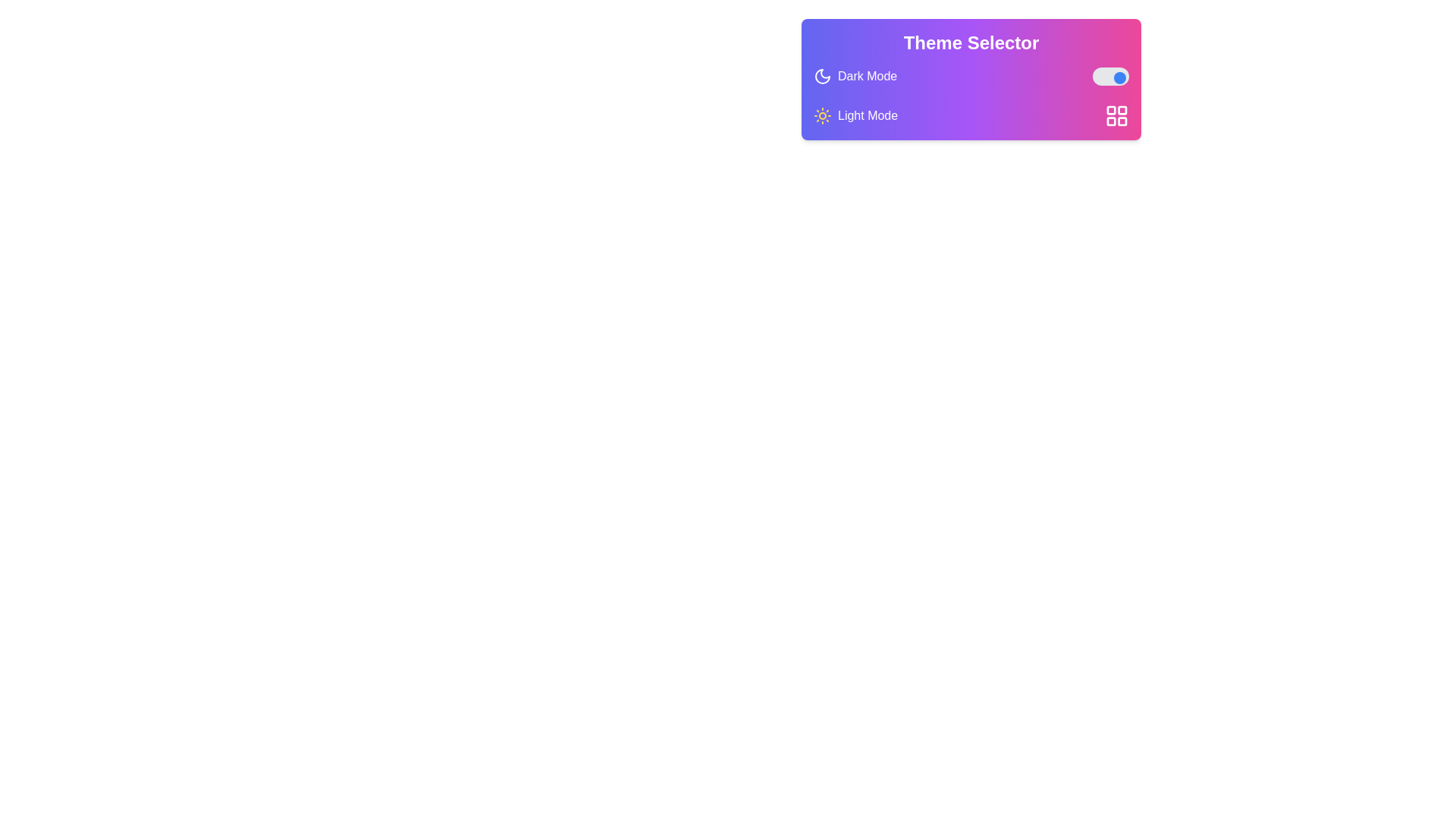 The height and width of the screenshot is (819, 1456). I want to click on the top-right square of the grid-like arrangement, so click(1122, 109).